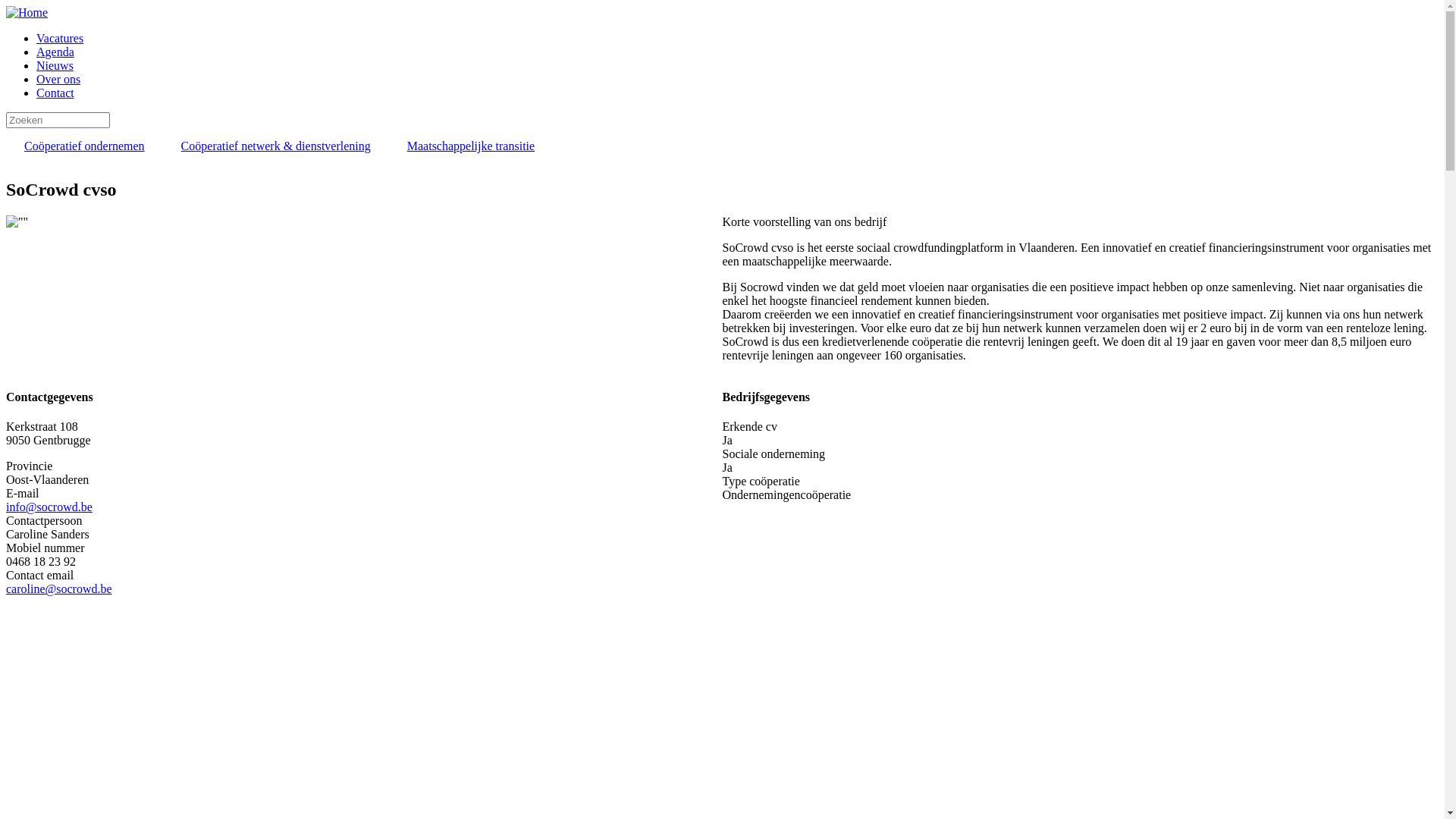 The width and height of the screenshot is (1456, 819). Describe the element at coordinates (55, 64) in the screenshot. I see `'Nieuws'` at that location.